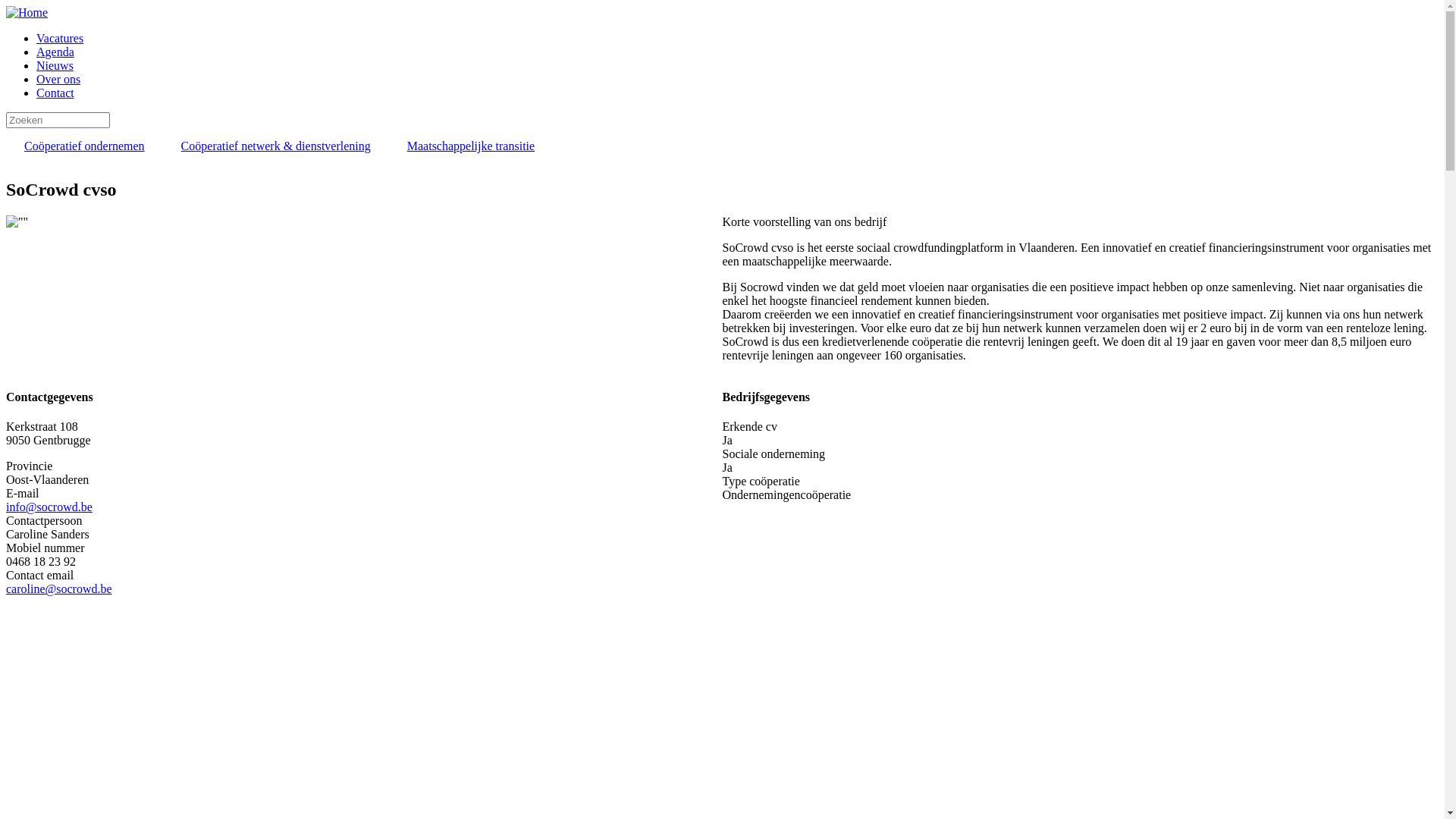 The width and height of the screenshot is (1456, 819). Describe the element at coordinates (55, 64) in the screenshot. I see `'Nieuws'` at that location.